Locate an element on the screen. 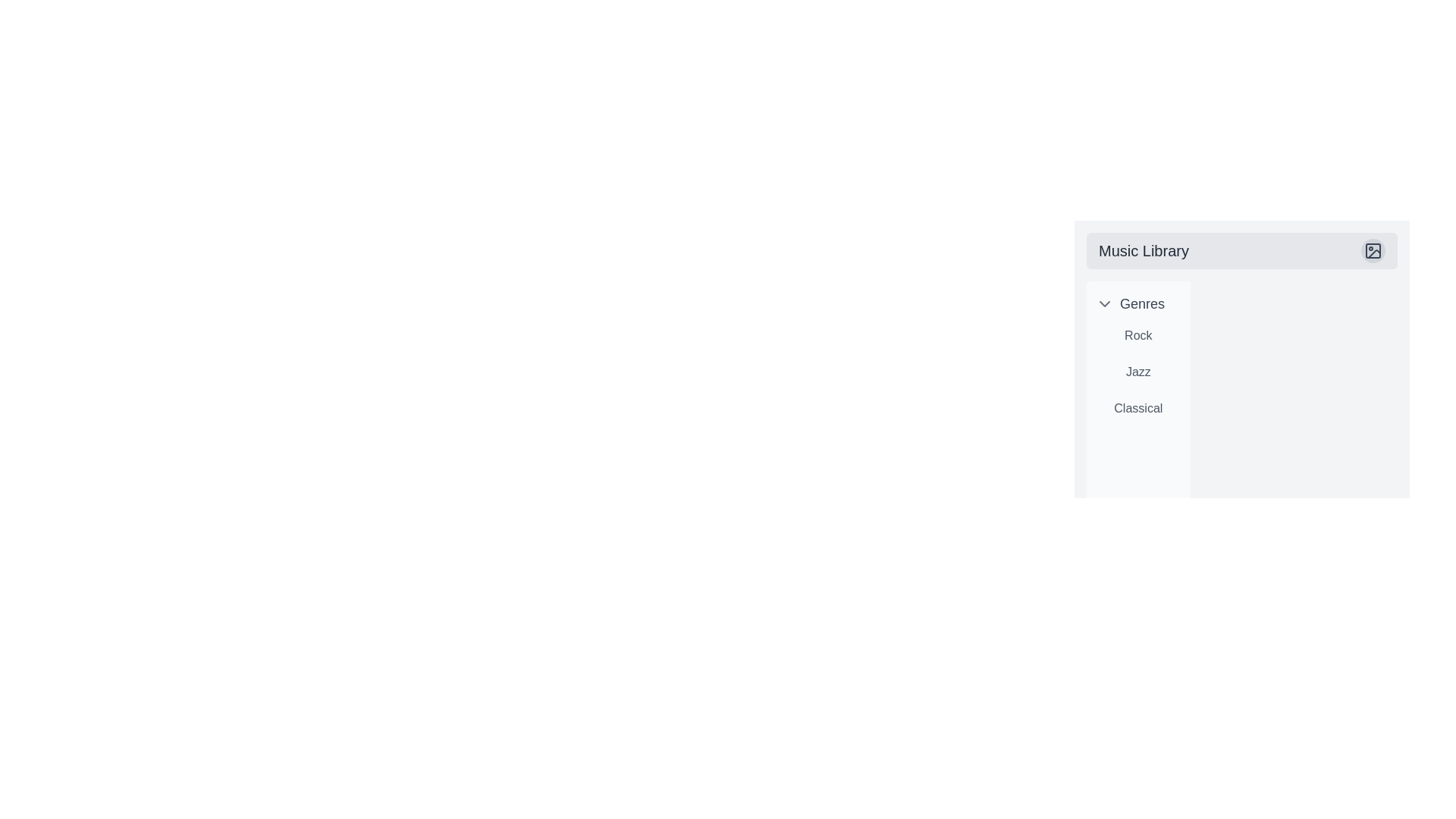 This screenshot has height=819, width=1456. the 'Jazz' category text within the genre list located in the sidebar, which is the second item under the title 'Genres' is located at coordinates (1138, 372).